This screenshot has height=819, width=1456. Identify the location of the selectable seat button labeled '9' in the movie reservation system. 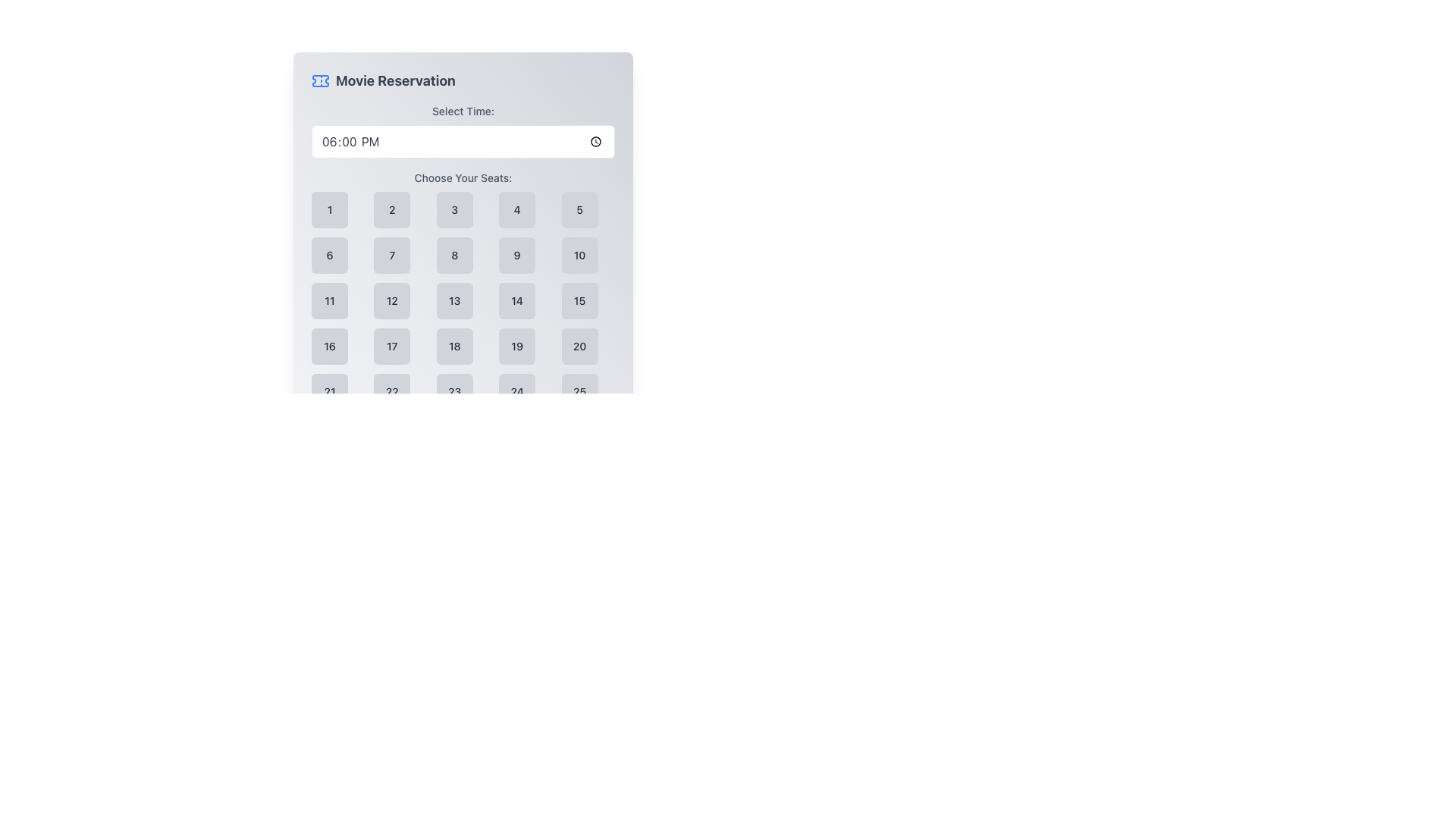
(517, 254).